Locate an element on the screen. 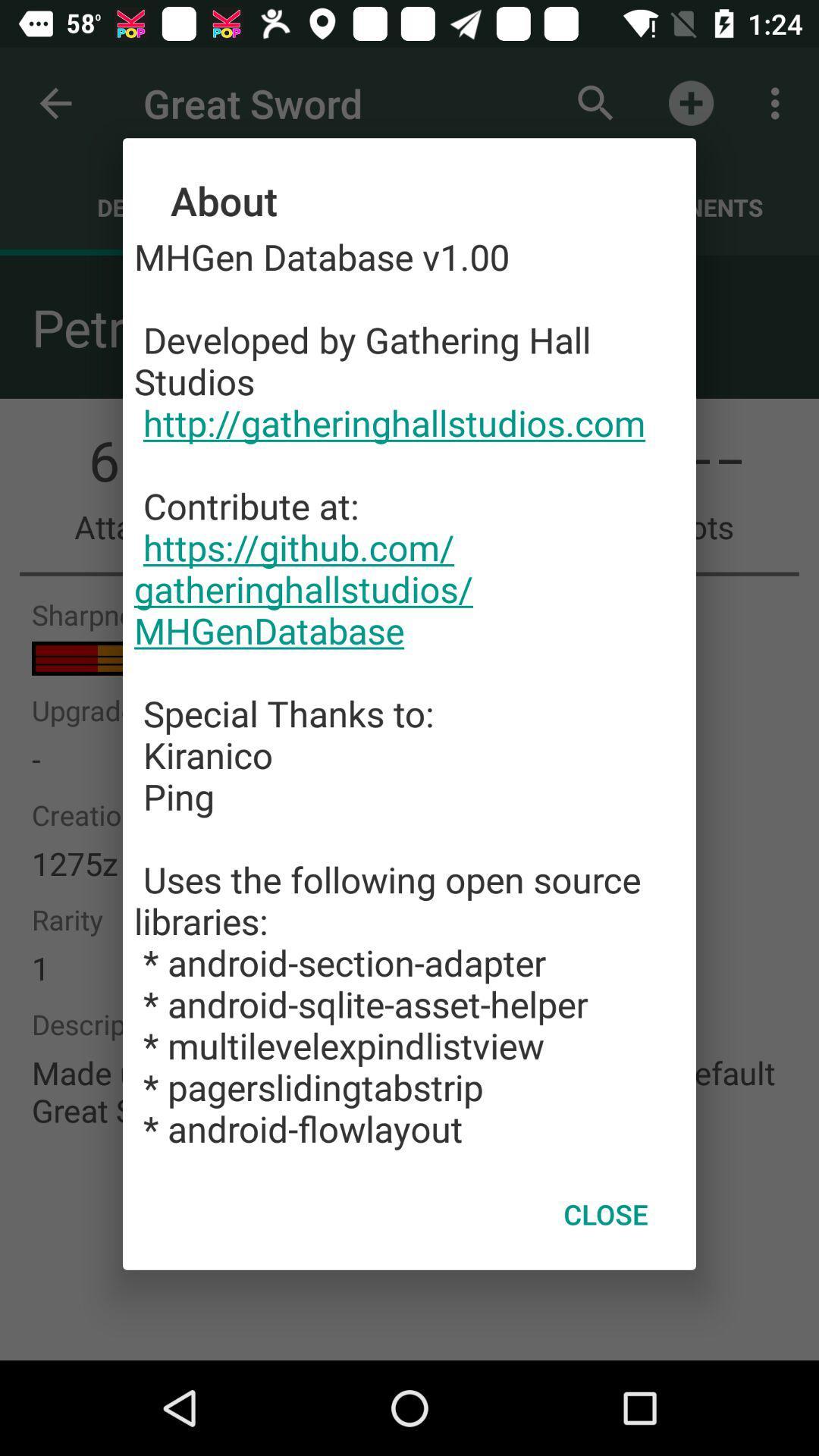 This screenshot has width=819, height=1456. the mhgen database v1 item is located at coordinates (409, 692).